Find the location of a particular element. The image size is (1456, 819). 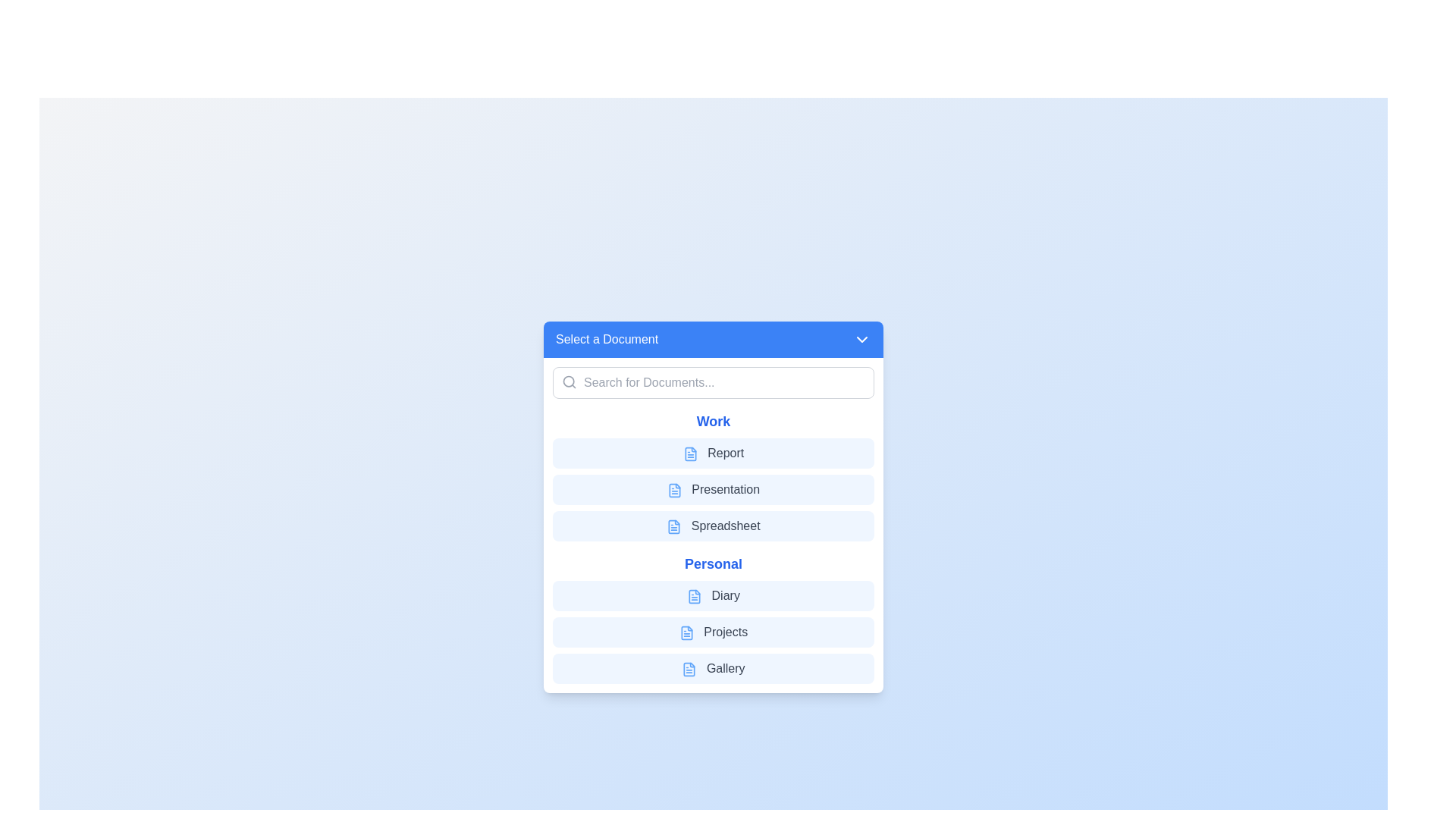

the light blue button labeled 'Spreadsheet' with a file icon, located in the 'Work' section is located at coordinates (712, 526).